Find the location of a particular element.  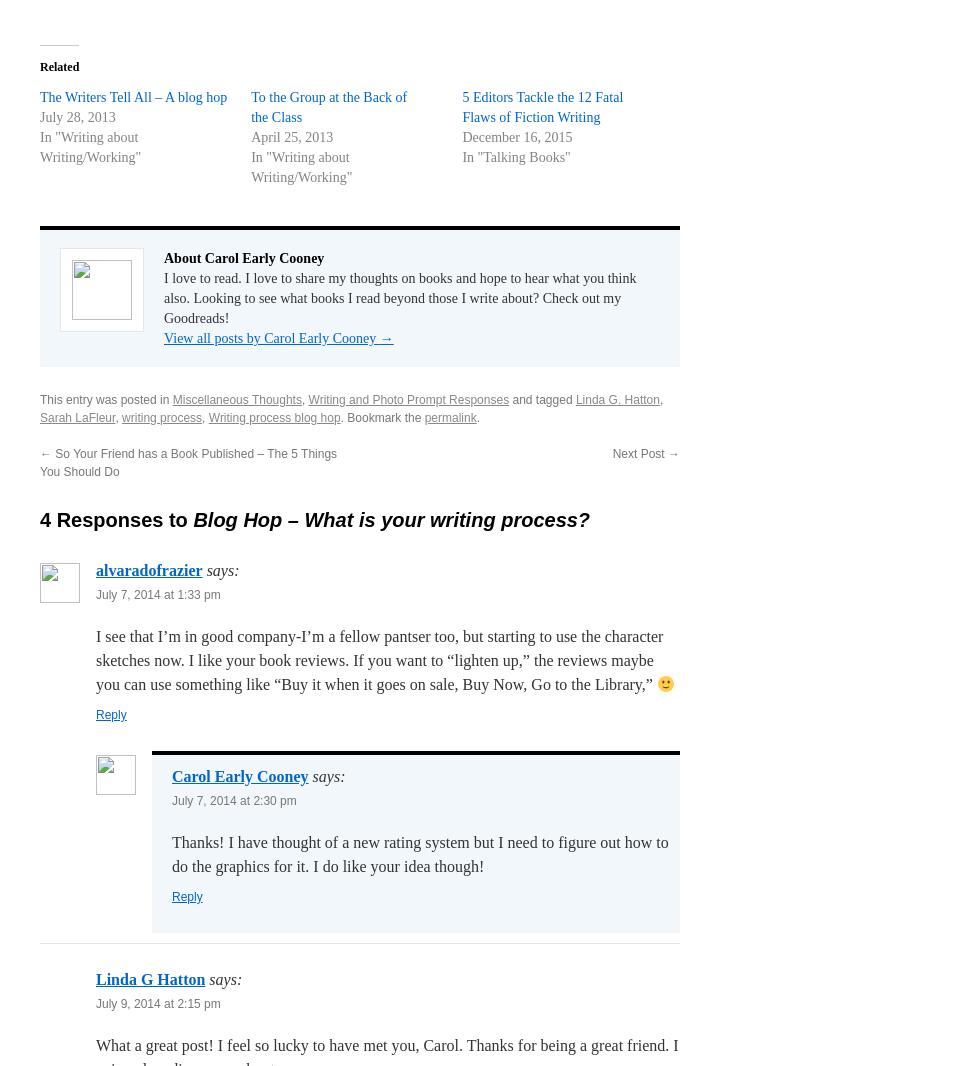

'About Carol Early Cooney' is located at coordinates (244, 256).